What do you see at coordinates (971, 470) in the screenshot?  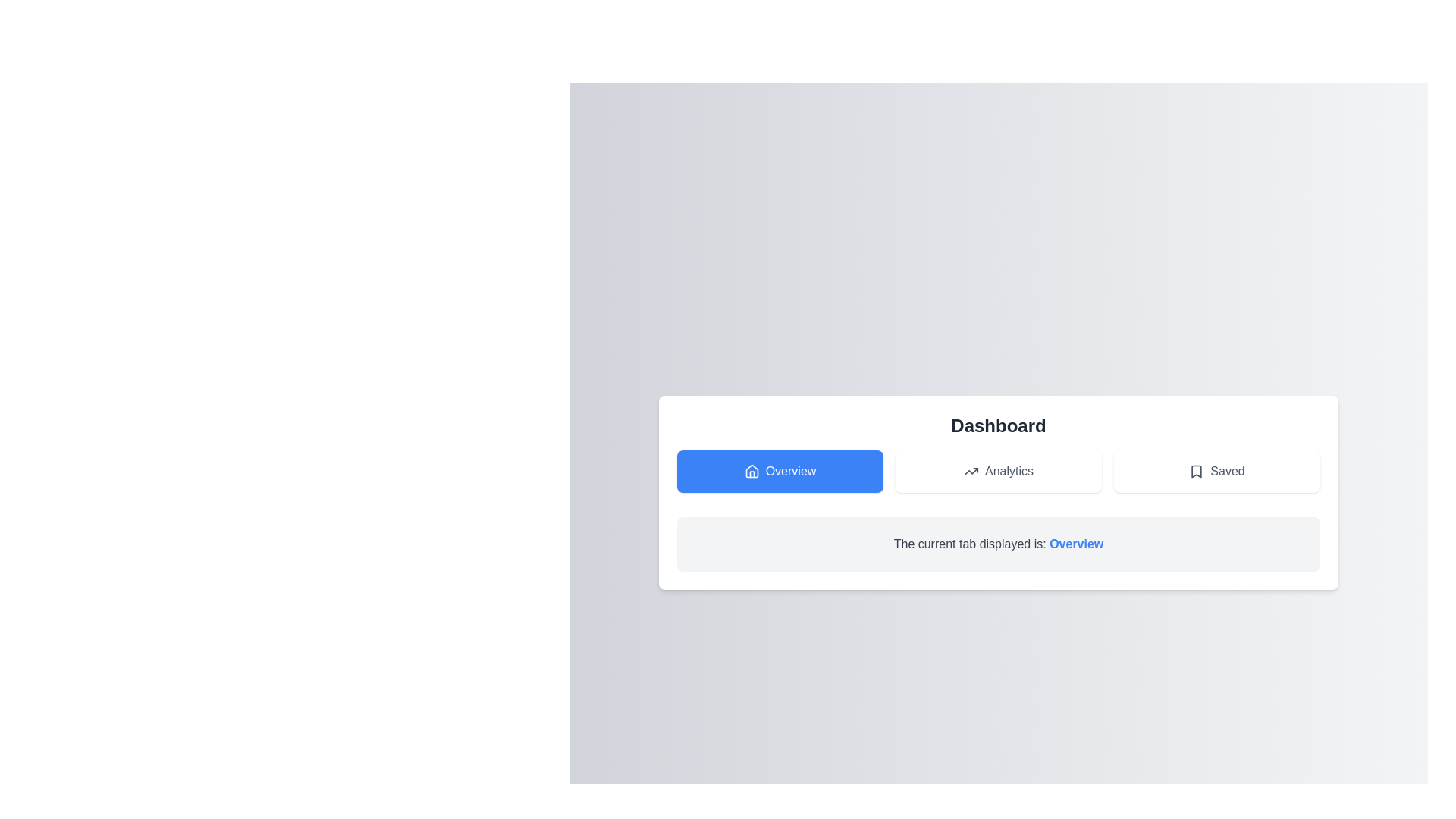 I see `the 'Analytics' button that features an upward trend icon, positioned centrally among the navigation buttons for accessing analytics functionality` at bounding box center [971, 470].